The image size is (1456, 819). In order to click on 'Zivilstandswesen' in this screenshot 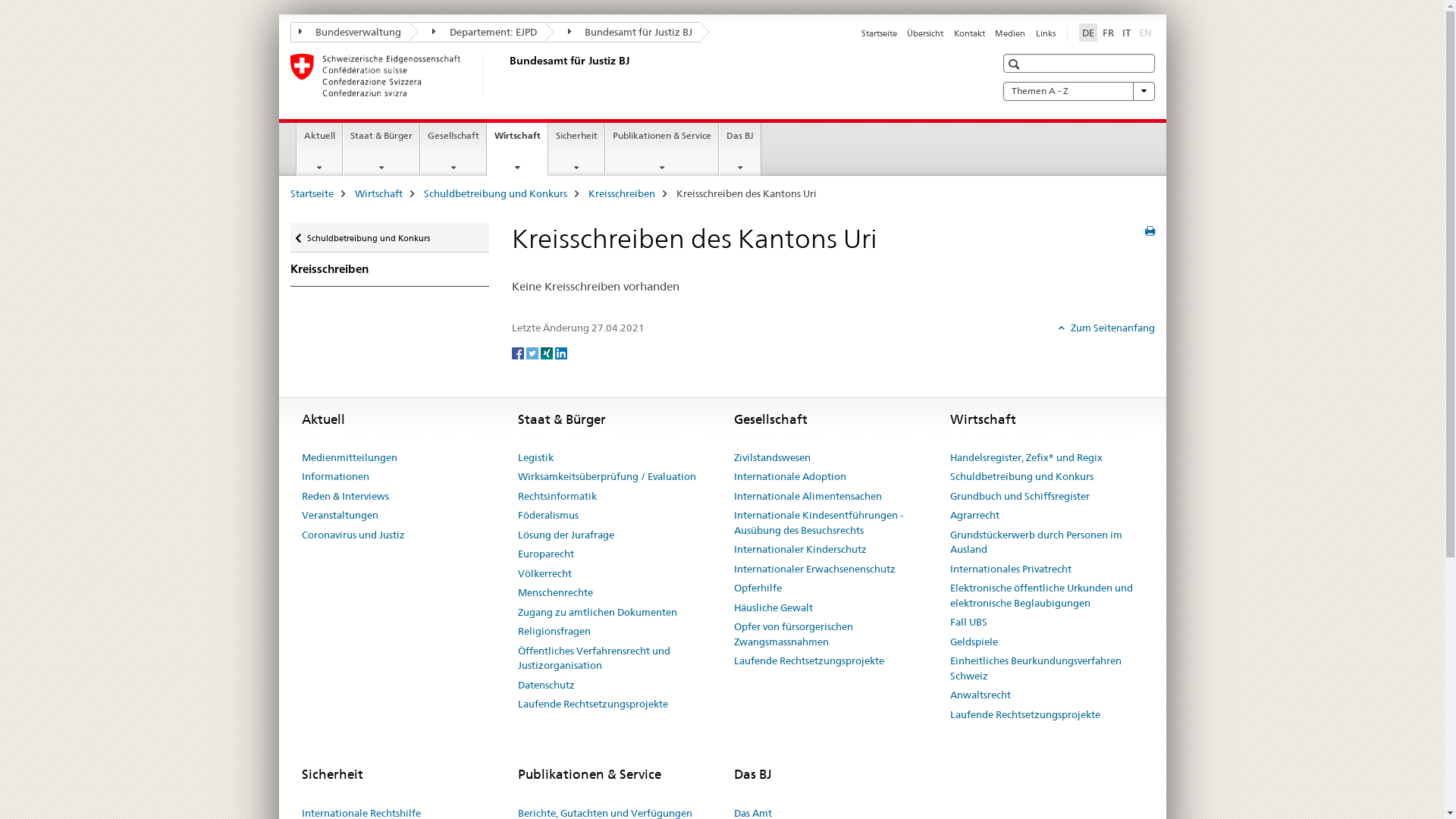, I will do `click(772, 457)`.